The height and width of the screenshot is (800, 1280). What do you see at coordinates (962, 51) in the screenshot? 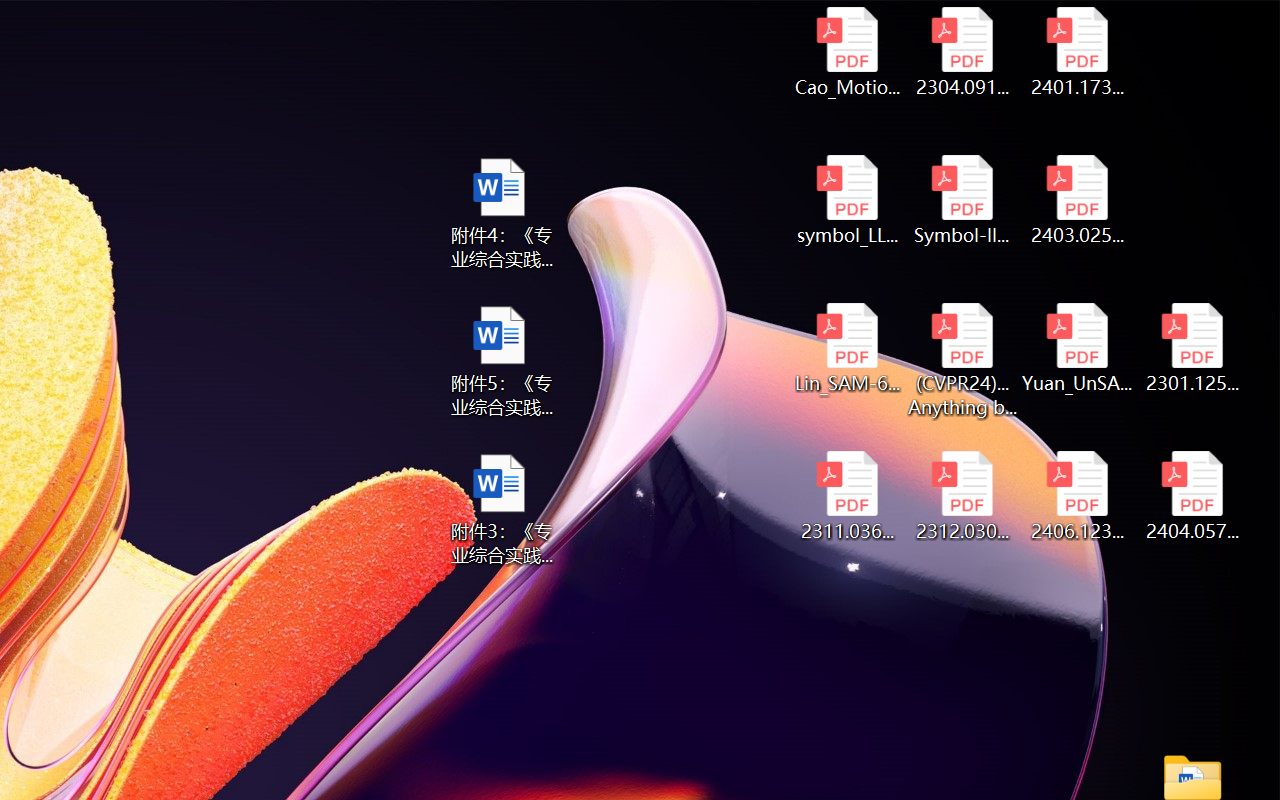
I see `'2304.09121v3.pdf'` at bounding box center [962, 51].